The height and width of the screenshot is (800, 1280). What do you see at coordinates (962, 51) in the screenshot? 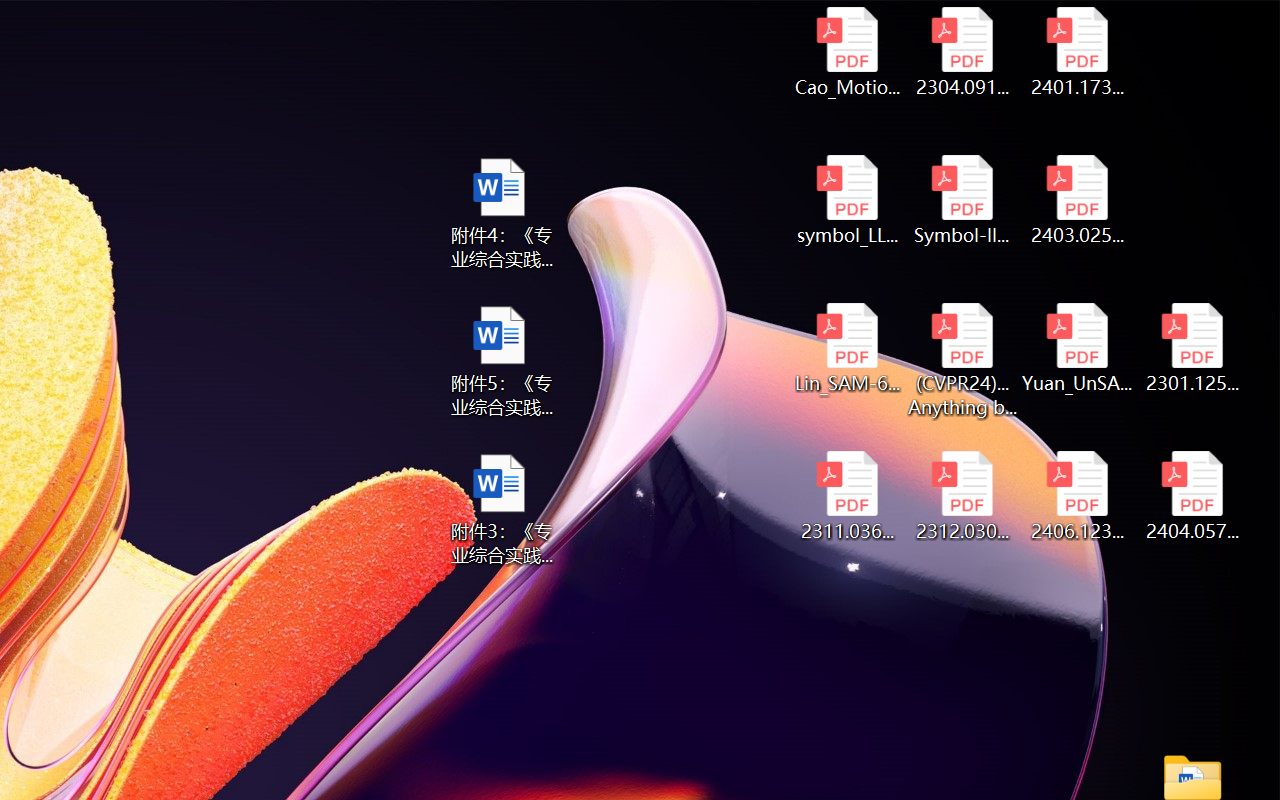
I see `'2304.09121v3.pdf'` at bounding box center [962, 51].